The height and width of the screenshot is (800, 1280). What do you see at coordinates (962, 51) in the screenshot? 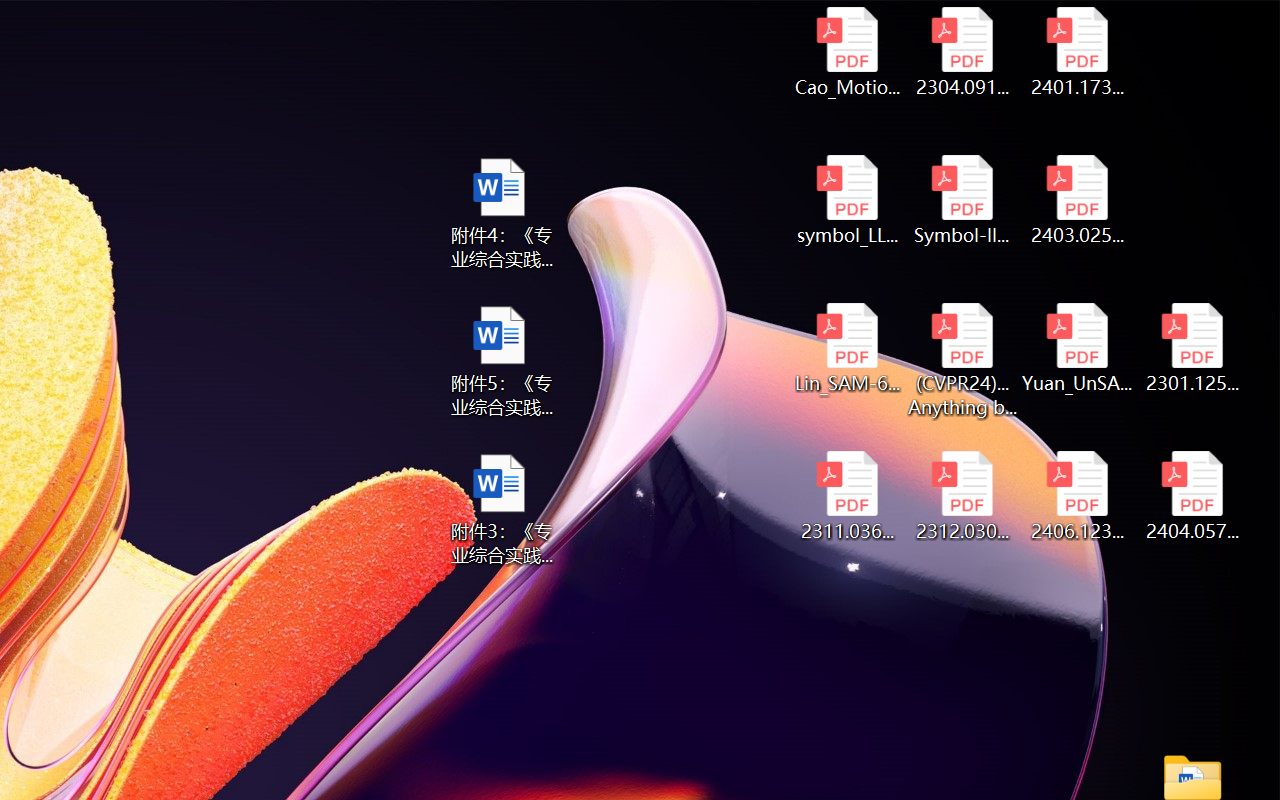
I see `'2304.09121v3.pdf'` at bounding box center [962, 51].